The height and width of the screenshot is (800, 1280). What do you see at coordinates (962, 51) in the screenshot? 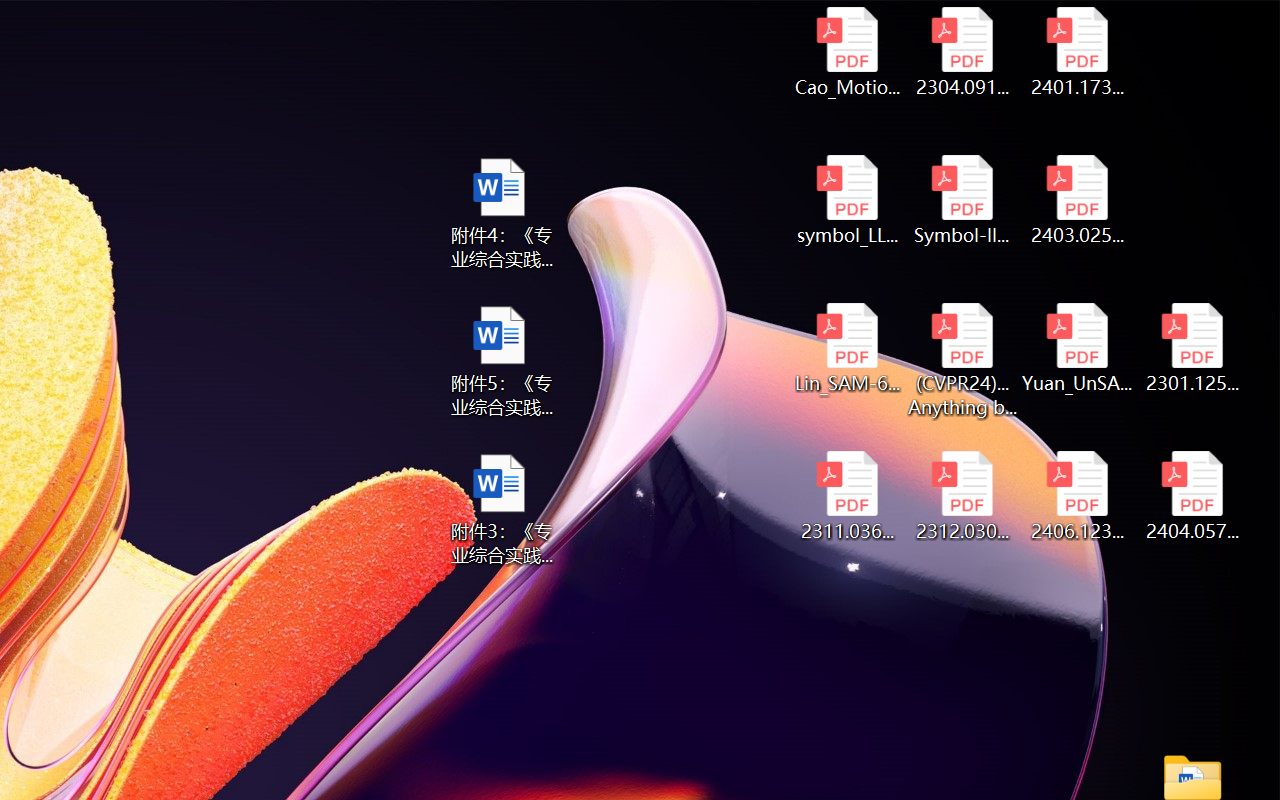
I see `'2304.09121v3.pdf'` at bounding box center [962, 51].